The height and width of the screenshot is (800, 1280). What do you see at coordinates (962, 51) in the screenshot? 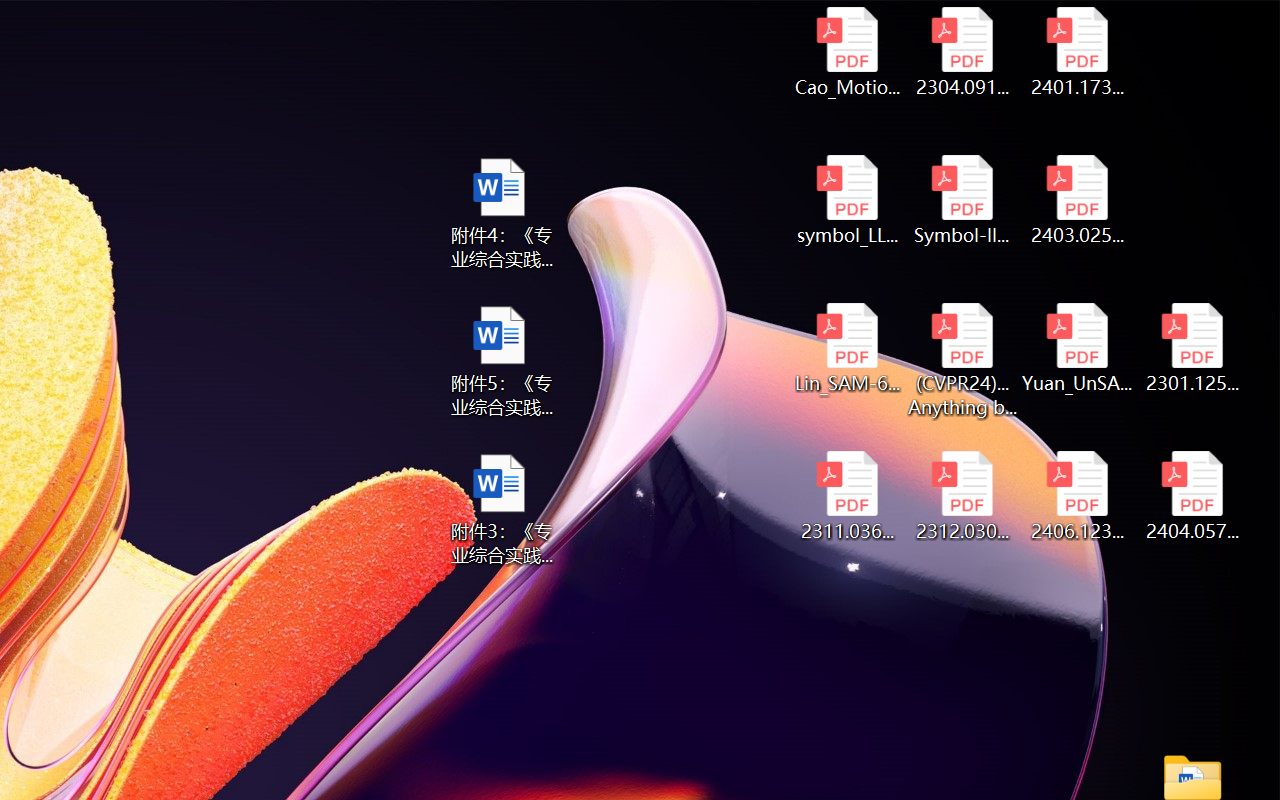
I see `'2304.09121v3.pdf'` at bounding box center [962, 51].